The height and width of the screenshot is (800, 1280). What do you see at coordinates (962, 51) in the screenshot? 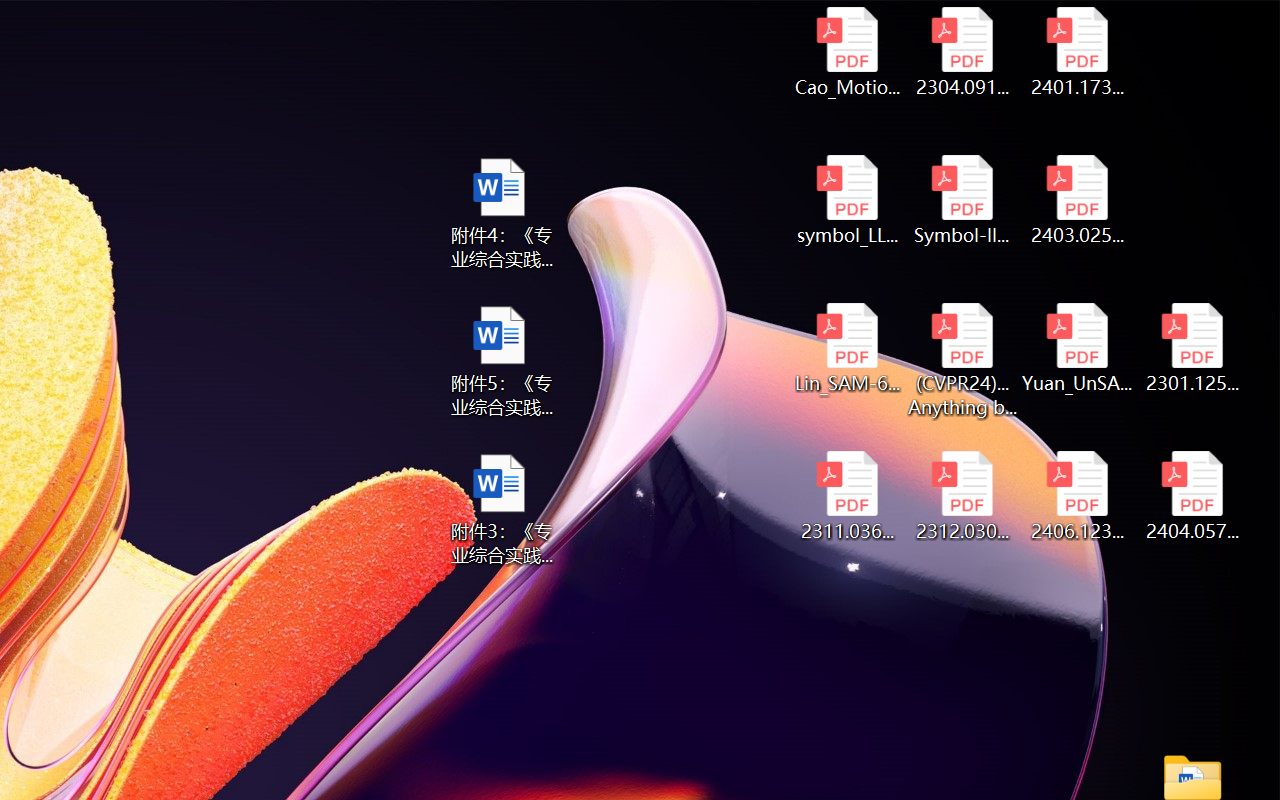
I see `'2304.09121v3.pdf'` at bounding box center [962, 51].